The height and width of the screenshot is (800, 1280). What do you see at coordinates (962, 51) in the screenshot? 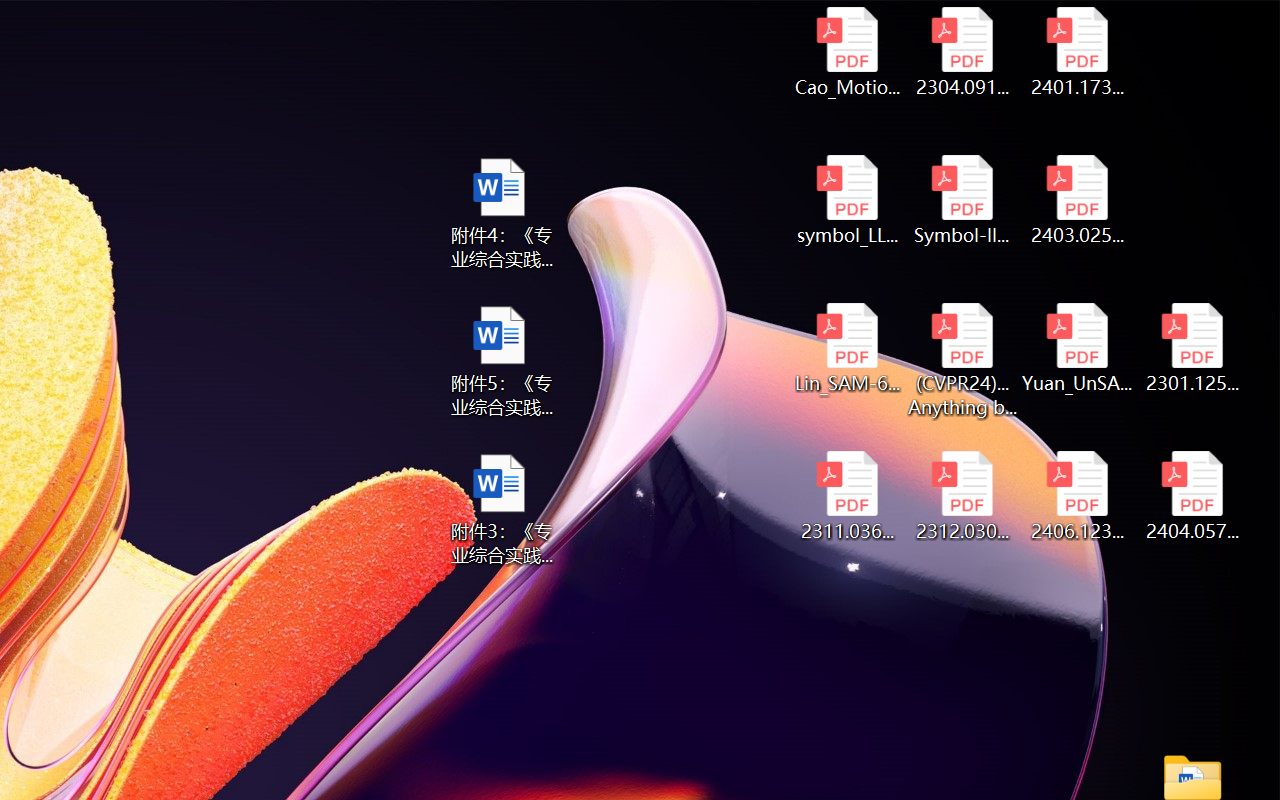
I see `'2304.09121v3.pdf'` at bounding box center [962, 51].